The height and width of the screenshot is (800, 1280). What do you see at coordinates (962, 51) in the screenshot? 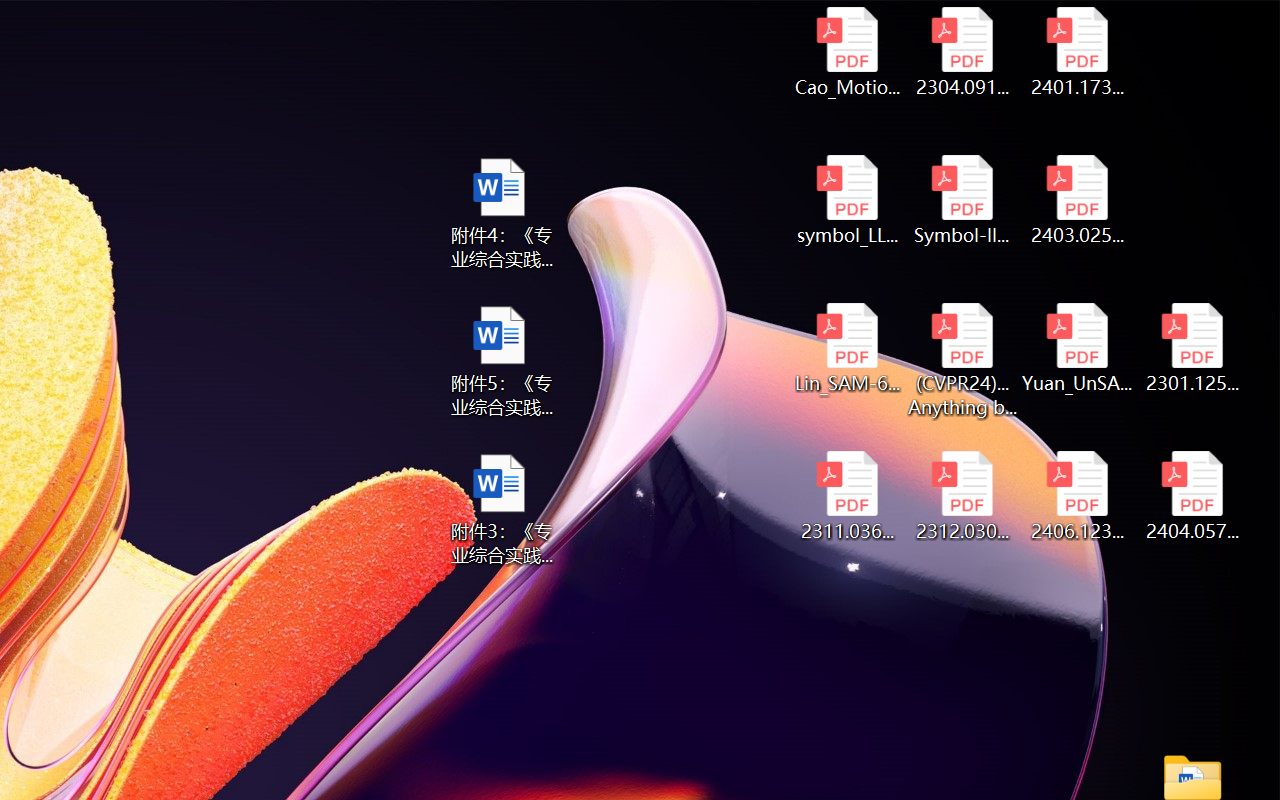
I see `'2304.09121v3.pdf'` at bounding box center [962, 51].